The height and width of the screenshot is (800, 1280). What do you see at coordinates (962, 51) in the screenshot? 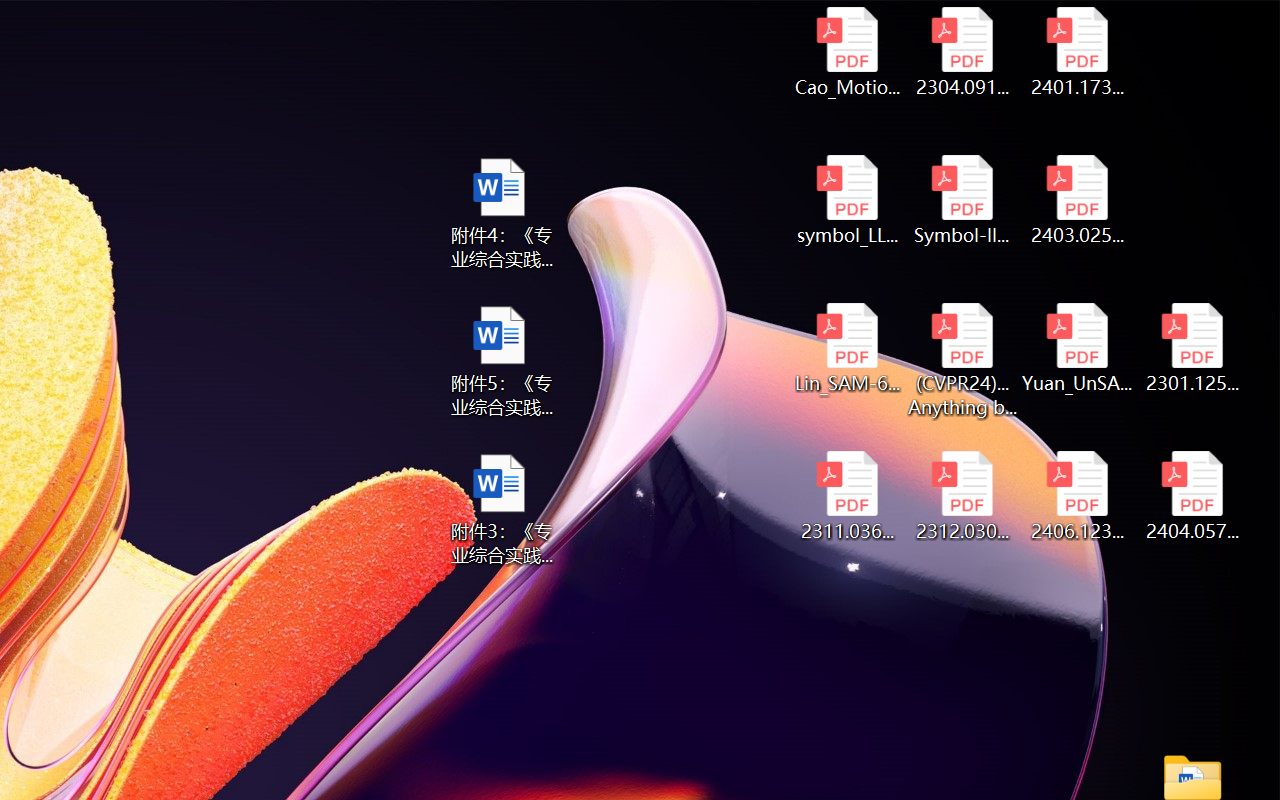
I see `'2304.09121v3.pdf'` at bounding box center [962, 51].